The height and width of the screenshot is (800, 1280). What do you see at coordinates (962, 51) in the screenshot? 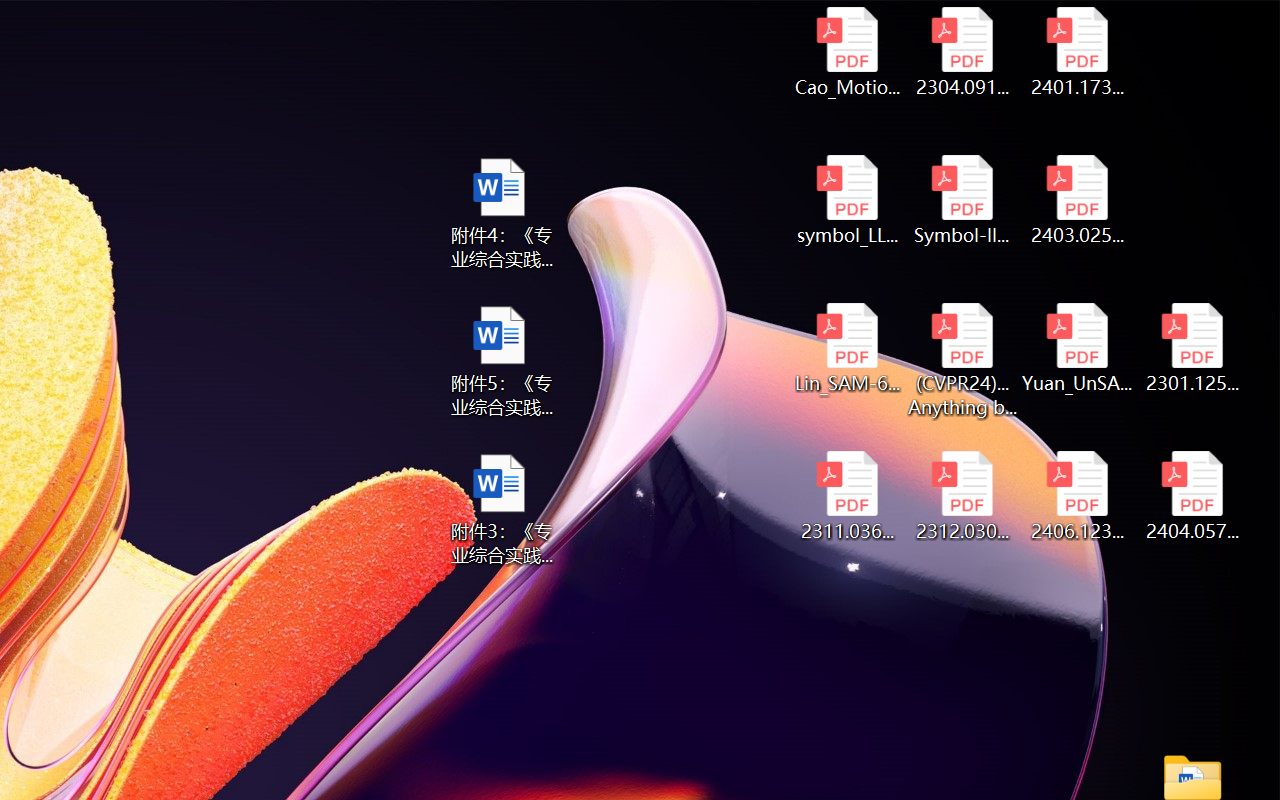
I see `'2304.09121v3.pdf'` at bounding box center [962, 51].